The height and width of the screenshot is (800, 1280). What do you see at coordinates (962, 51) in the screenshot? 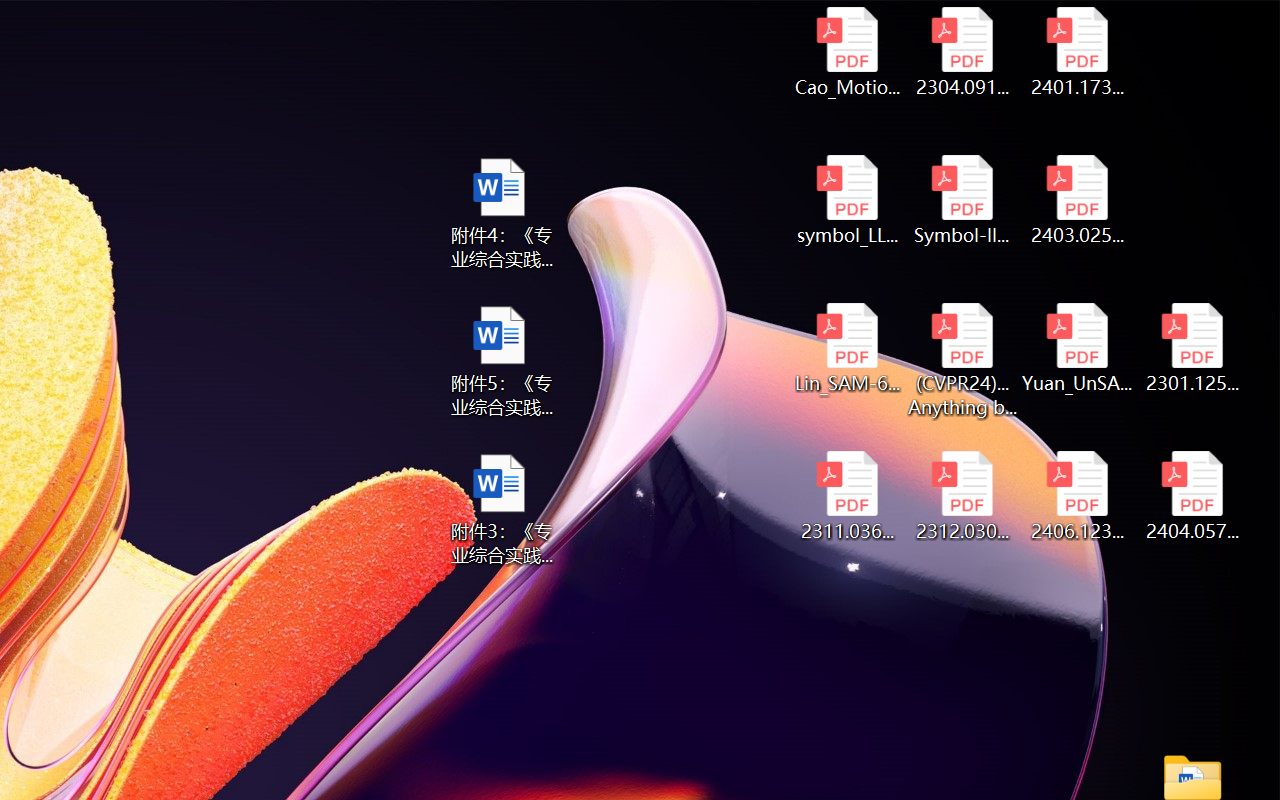
I see `'2304.09121v3.pdf'` at bounding box center [962, 51].